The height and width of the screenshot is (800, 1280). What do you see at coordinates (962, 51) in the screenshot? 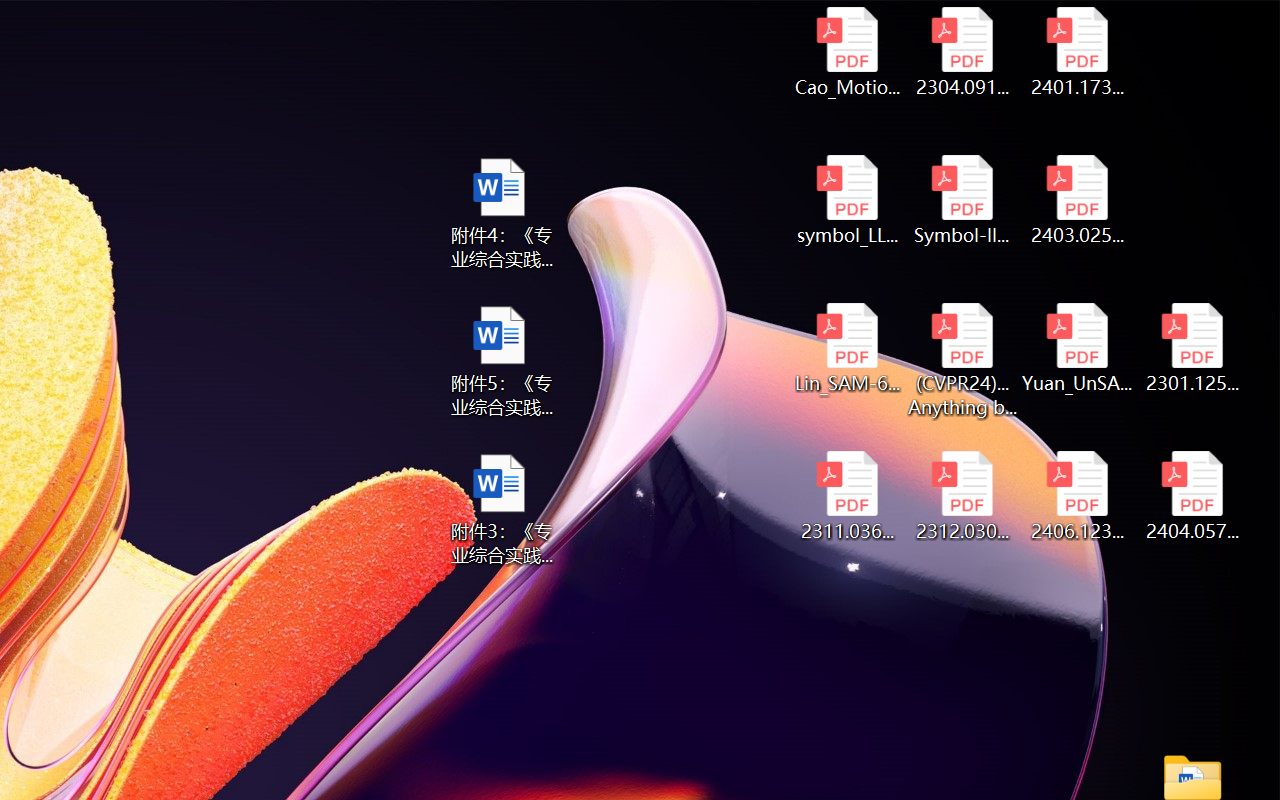
I see `'2304.09121v3.pdf'` at bounding box center [962, 51].